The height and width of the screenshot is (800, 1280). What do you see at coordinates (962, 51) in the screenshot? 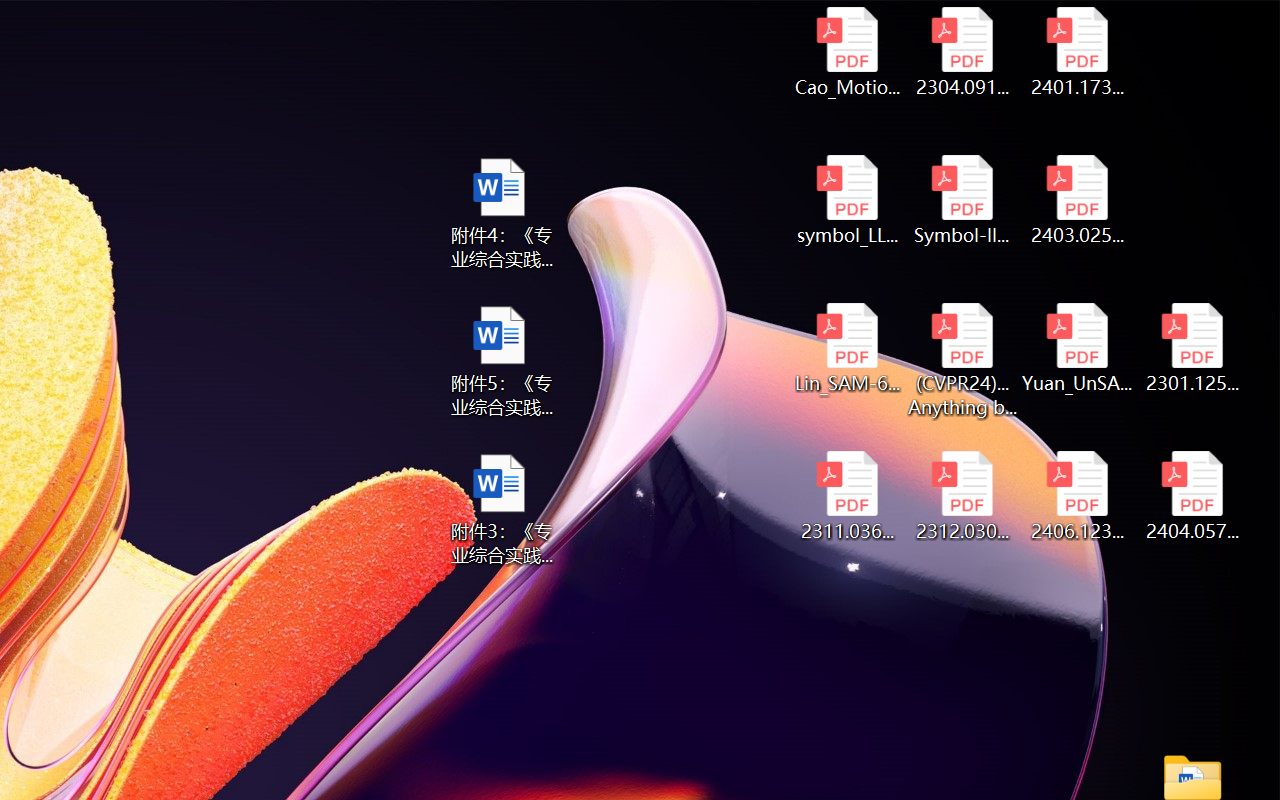
I see `'2304.09121v3.pdf'` at bounding box center [962, 51].